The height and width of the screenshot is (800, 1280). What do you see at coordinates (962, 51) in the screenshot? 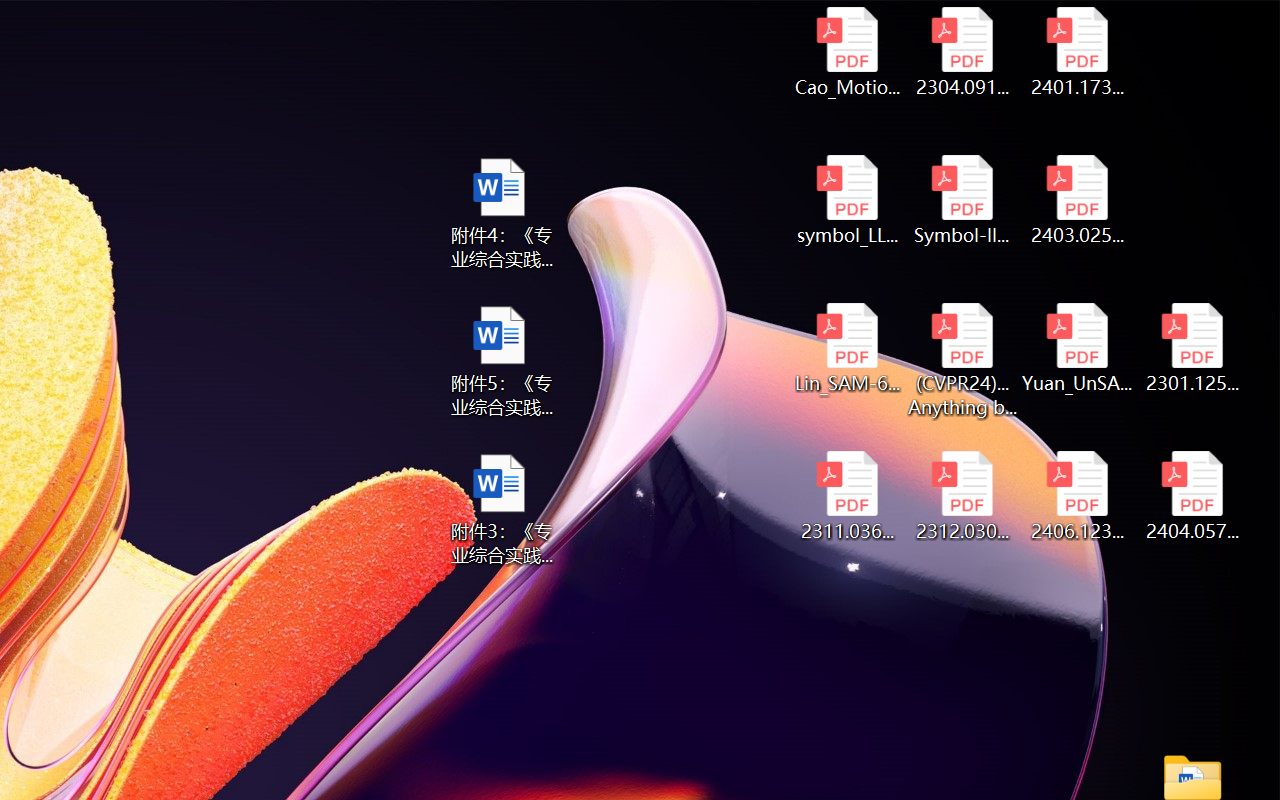
I see `'2304.09121v3.pdf'` at bounding box center [962, 51].